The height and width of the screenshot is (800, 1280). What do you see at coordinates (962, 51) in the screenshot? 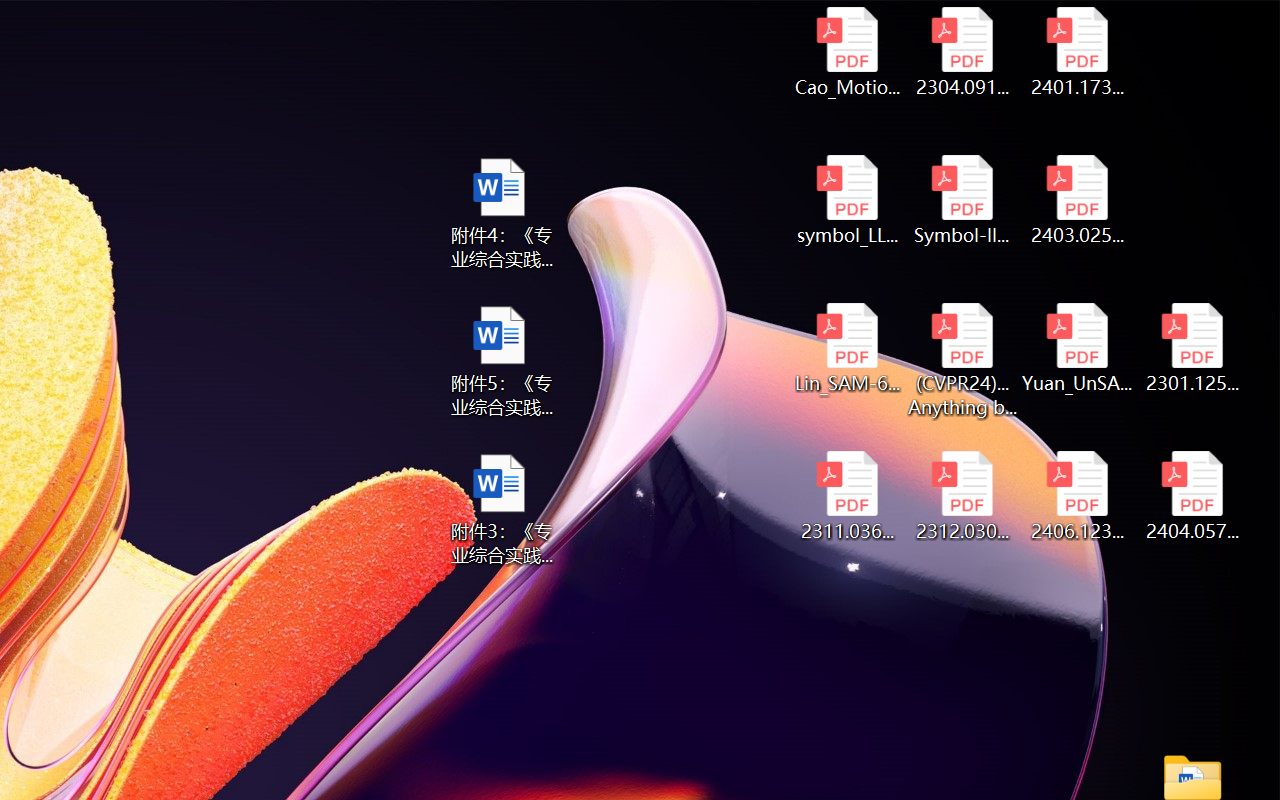
I see `'2304.09121v3.pdf'` at bounding box center [962, 51].